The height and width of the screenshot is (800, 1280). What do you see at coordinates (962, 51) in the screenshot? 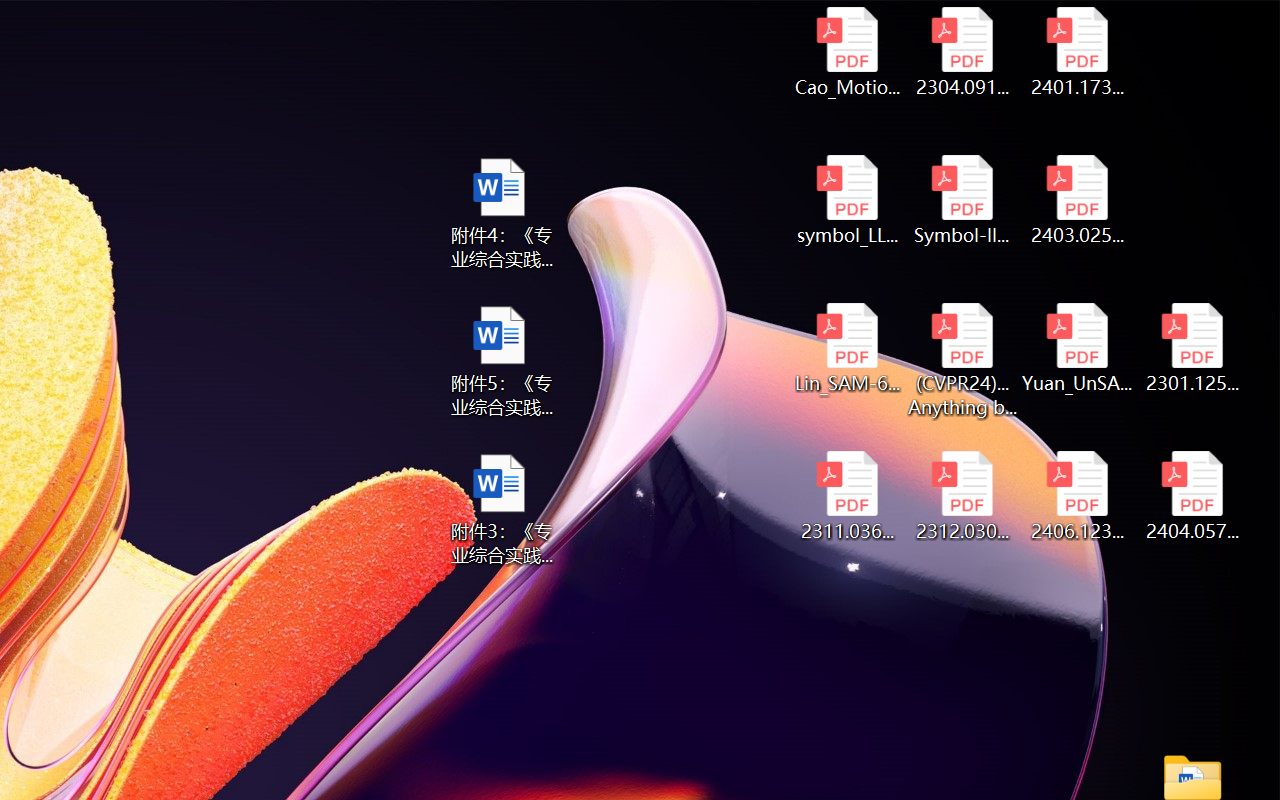
I see `'2304.09121v3.pdf'` at bounding box center [962, 51].